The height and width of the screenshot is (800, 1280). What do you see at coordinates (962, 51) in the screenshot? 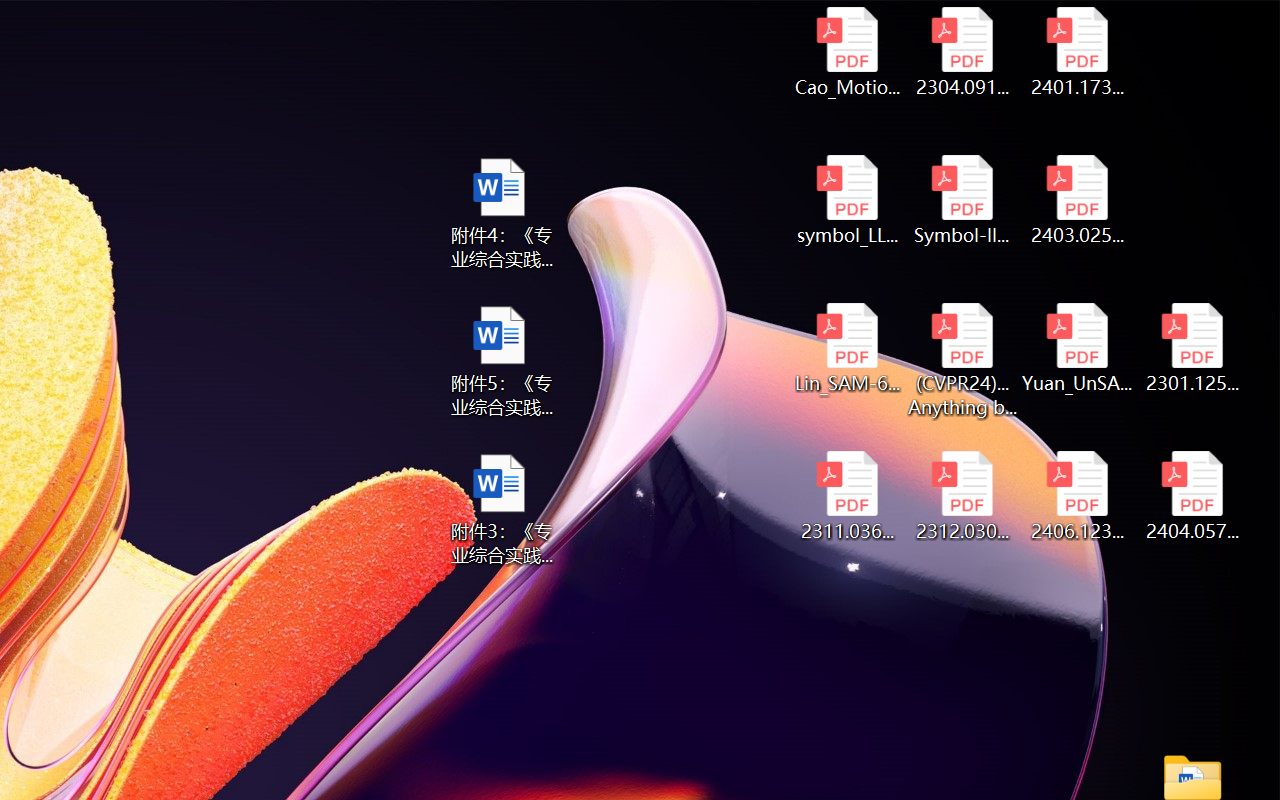
I see `'2304.09121v3.pdf'` at bounding box center [962, 51].